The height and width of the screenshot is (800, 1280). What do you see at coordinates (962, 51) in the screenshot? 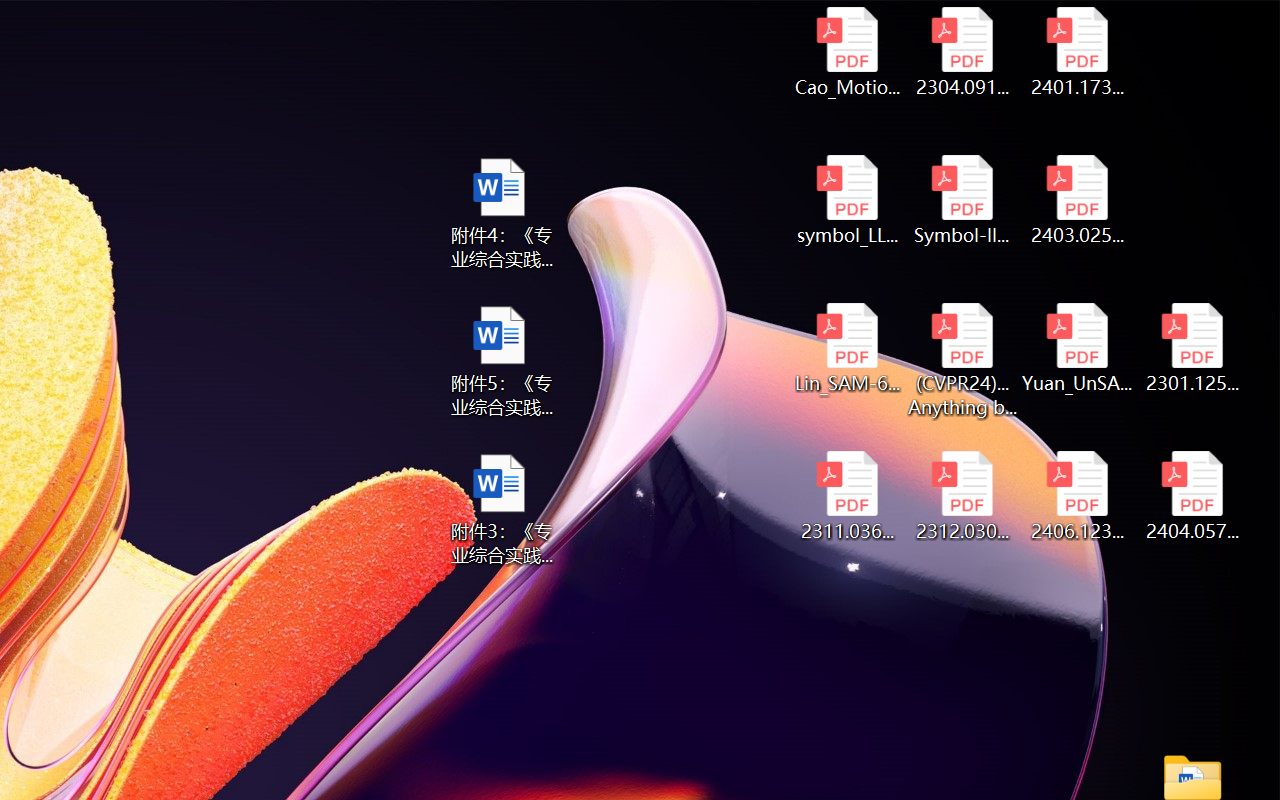
I see `'2304.09121v3.pdf'` at bounding box center [962, 51].